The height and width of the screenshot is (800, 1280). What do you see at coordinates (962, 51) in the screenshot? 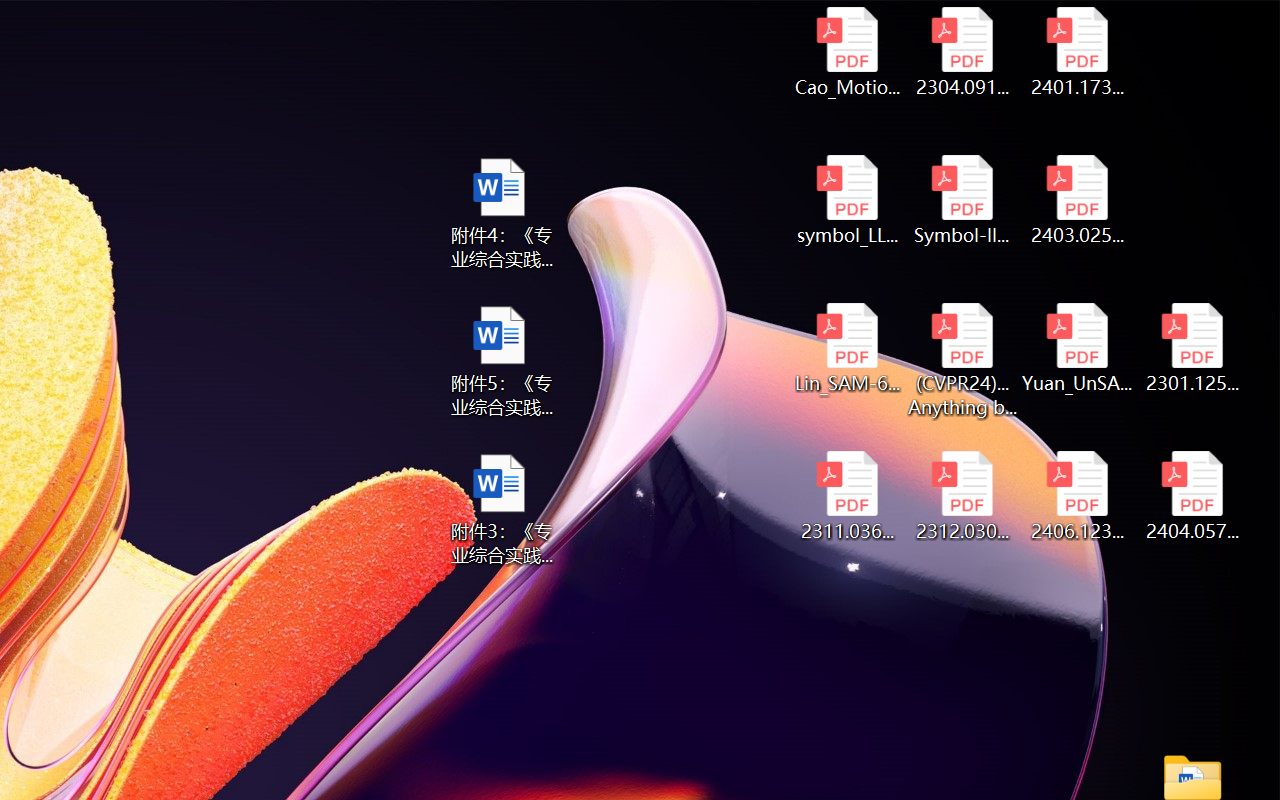
I see `'2304.09121v3.pdf'` at bounding box center [962, 51].